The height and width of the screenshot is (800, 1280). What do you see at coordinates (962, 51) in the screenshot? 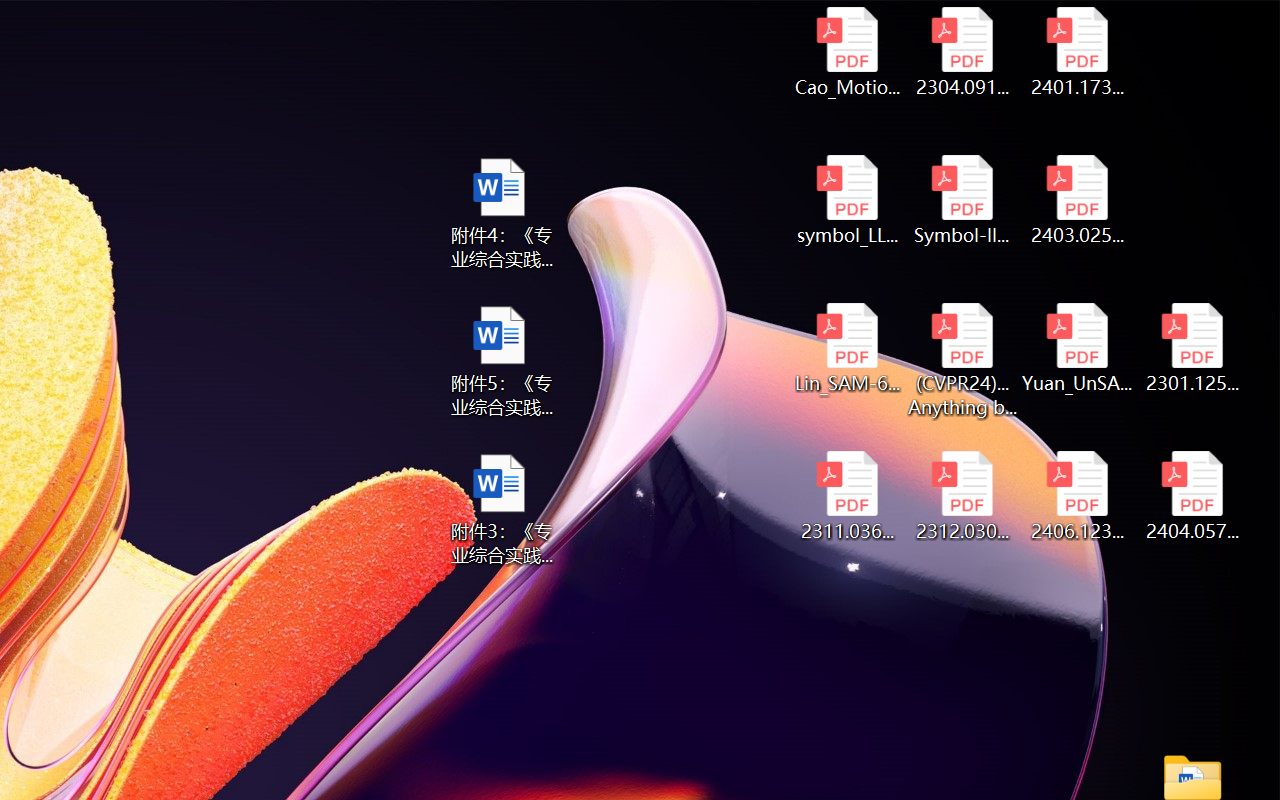
I see `'2304.09121v3.pdf'` at bounding box center [962, 51].